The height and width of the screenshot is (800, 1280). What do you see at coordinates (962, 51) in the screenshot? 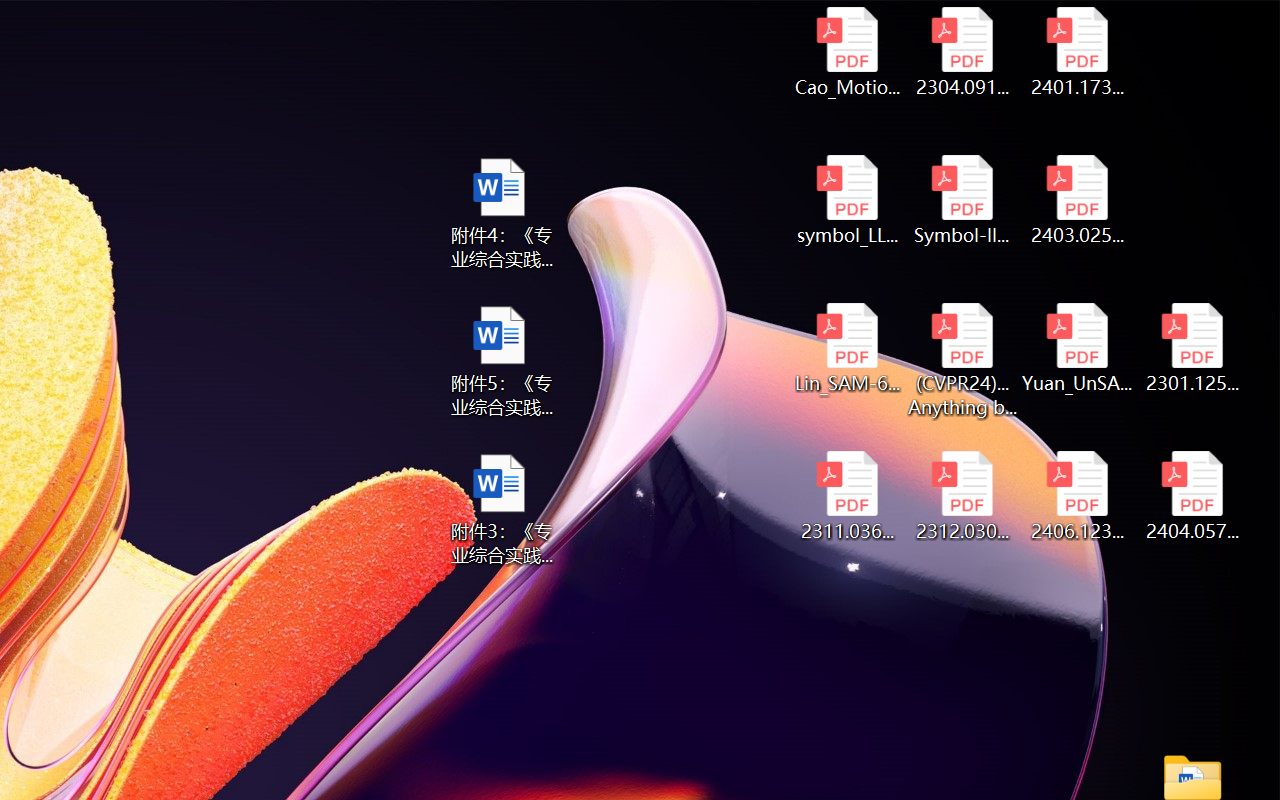
I see `'2304.09121v3.pdf'` at bounding box center [962, 51].